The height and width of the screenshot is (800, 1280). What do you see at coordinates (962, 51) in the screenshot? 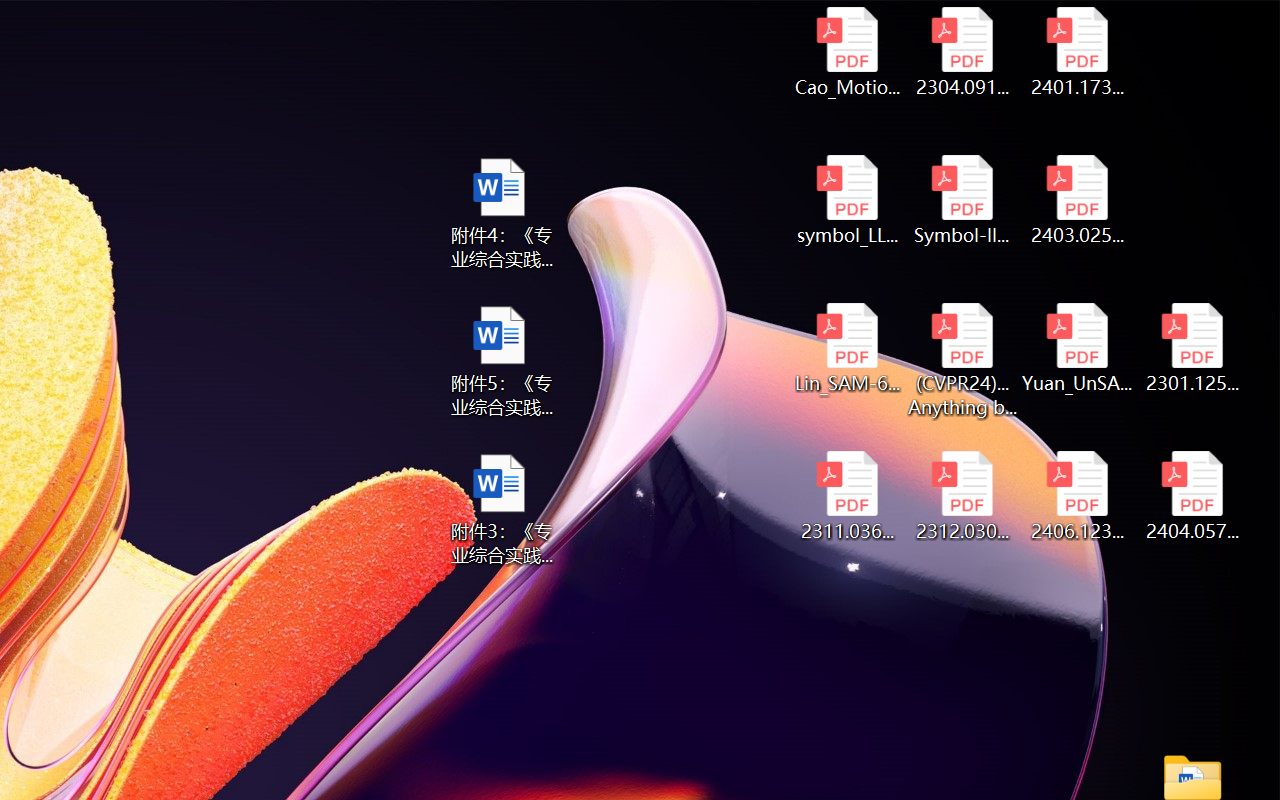
I see `'2304.09121v3.pdf'` at bounding box center [962, 51].